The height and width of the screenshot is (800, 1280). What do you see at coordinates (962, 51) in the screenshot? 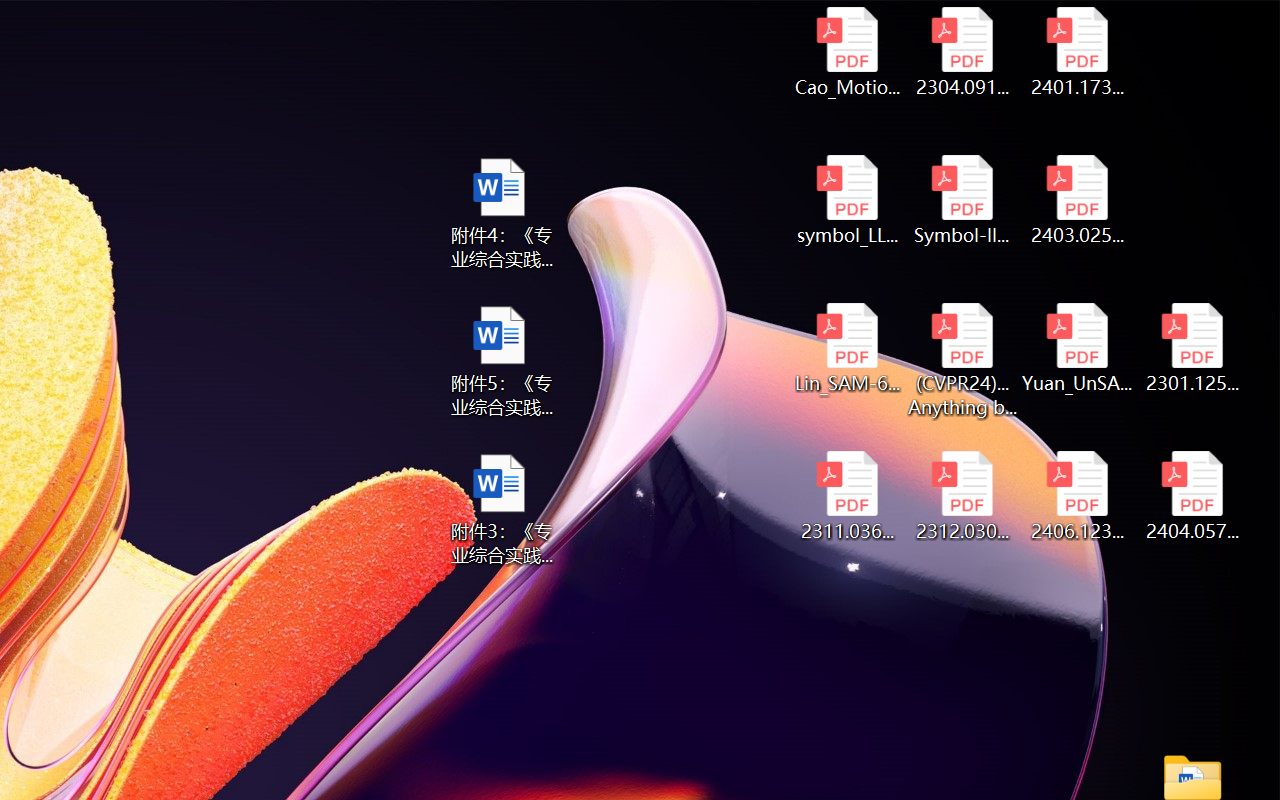
I see `'2304.09121v3.pdf'` at bounding box center [962, 51].